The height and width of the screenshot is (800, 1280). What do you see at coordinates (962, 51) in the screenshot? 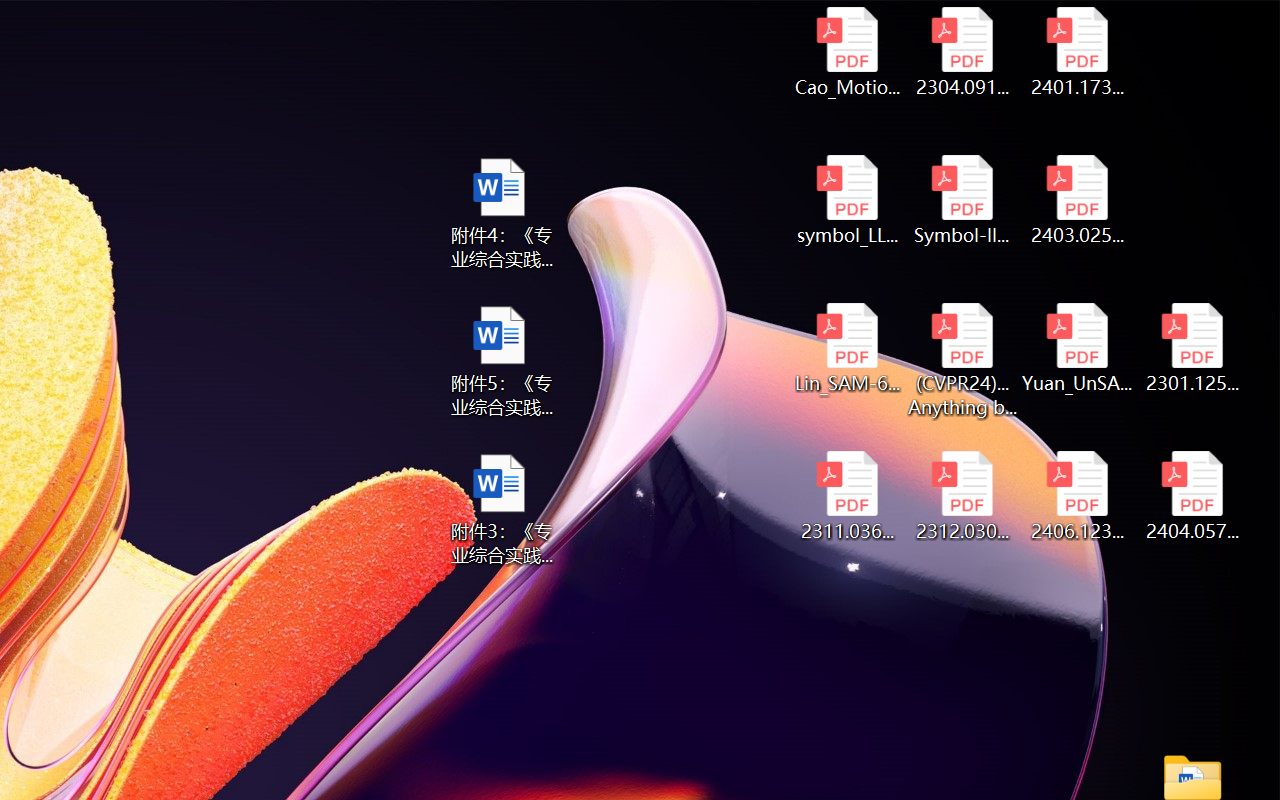
I see `'2304.09121v3.pdf'` at bounding box center [962, 51].